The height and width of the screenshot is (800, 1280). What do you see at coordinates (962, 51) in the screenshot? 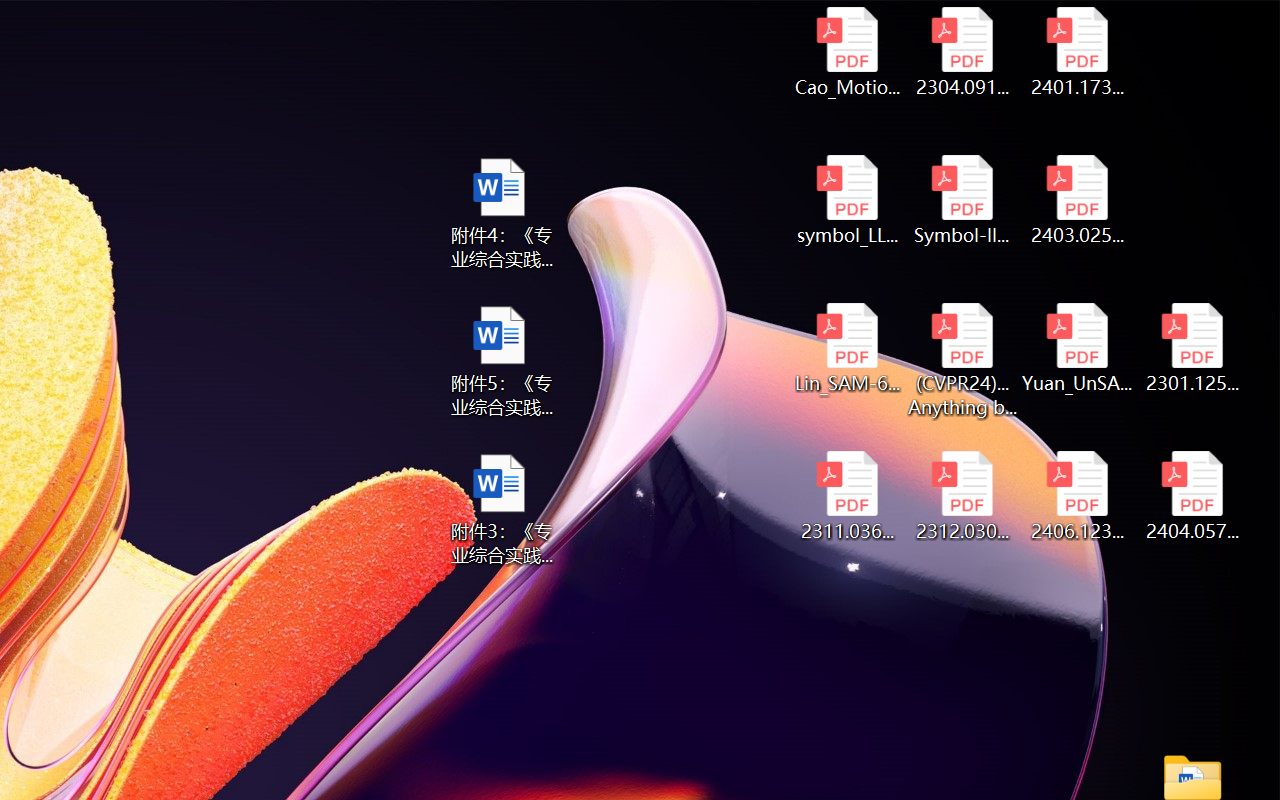
I see `'2304.09121v3.pdf'` at bounding box center [962, 51].